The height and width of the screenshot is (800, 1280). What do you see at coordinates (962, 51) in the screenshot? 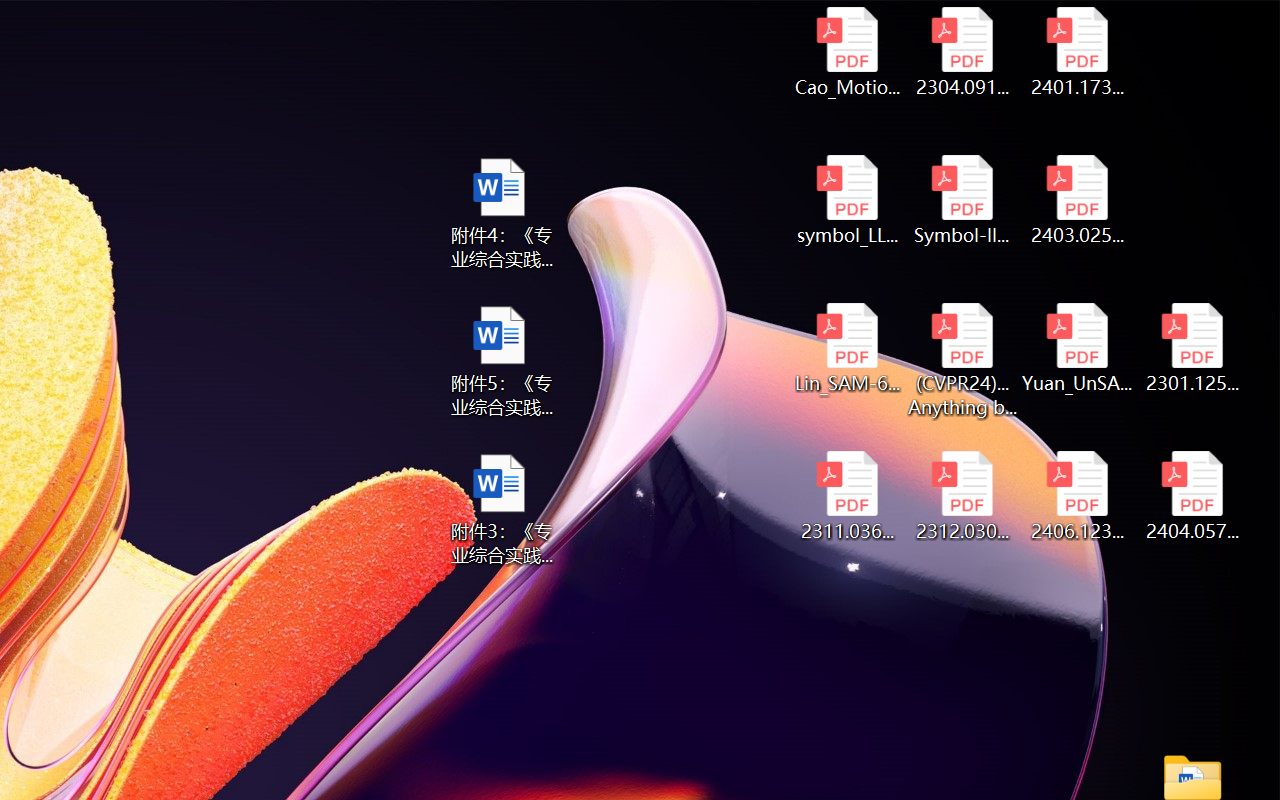
I see `'2304.09121v3.pdf'` at bounding box center [962, 51].